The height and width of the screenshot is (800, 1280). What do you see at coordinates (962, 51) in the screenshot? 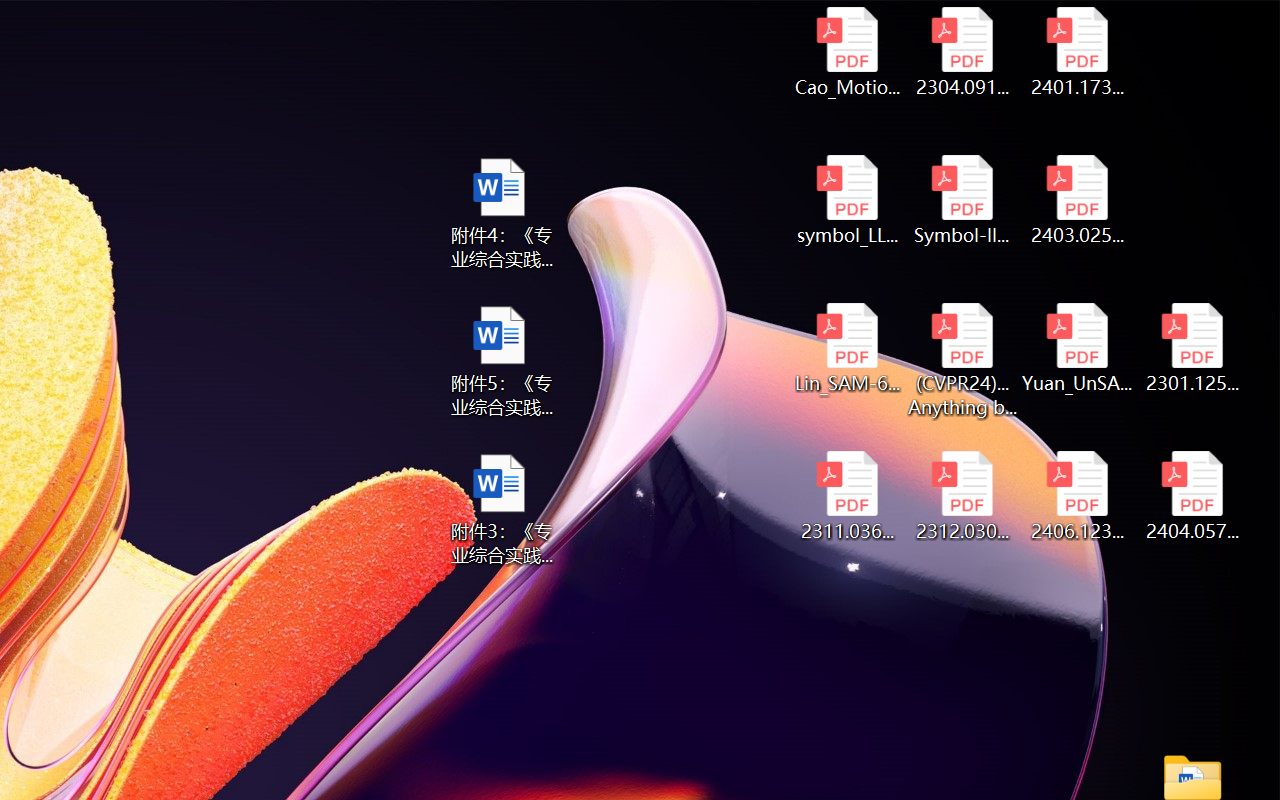
I see `'2304.09121v3.pdf'` at bounding box center [962, 51].